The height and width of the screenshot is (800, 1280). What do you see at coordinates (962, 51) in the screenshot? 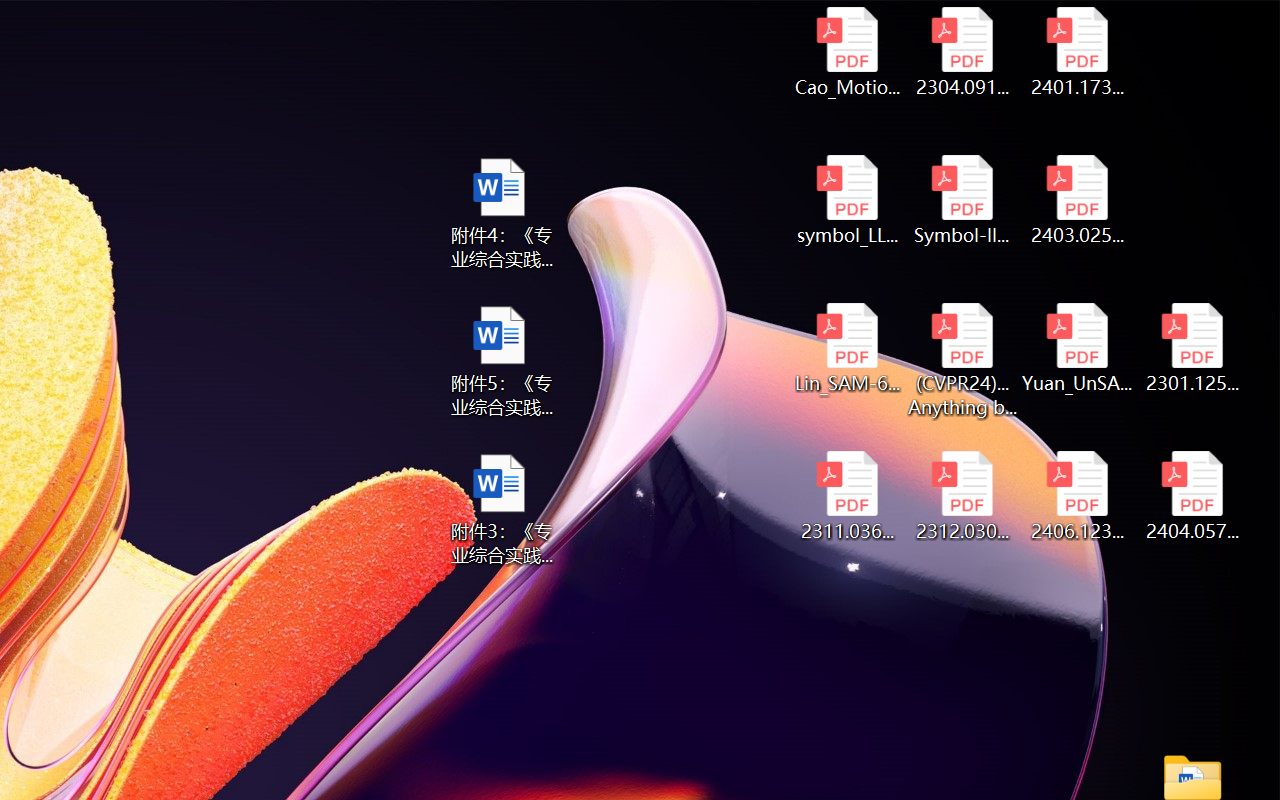
I see `'2304.09121v3.pdf'` at bounding box center [962, 51].